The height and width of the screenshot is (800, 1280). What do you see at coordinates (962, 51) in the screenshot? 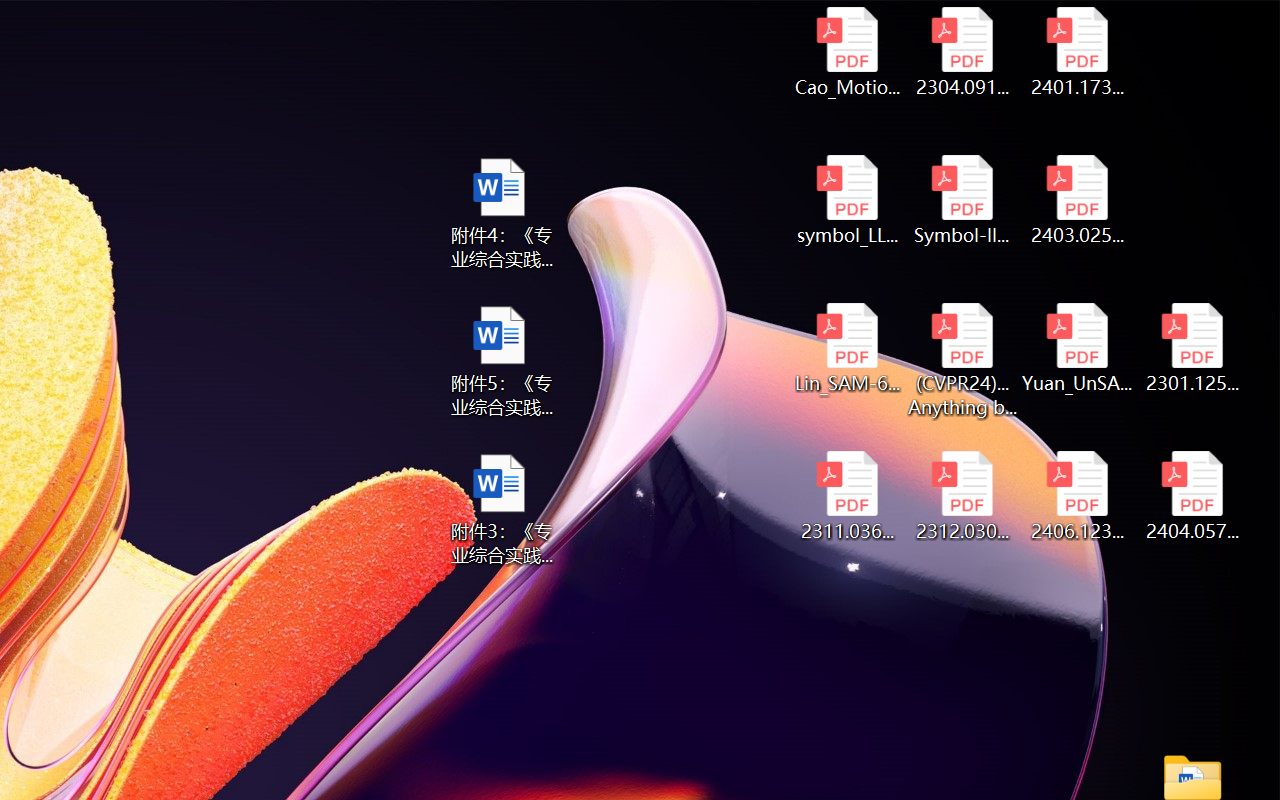
I see `'2304.09121v3.pdf'` at bounding box center [962, 51].